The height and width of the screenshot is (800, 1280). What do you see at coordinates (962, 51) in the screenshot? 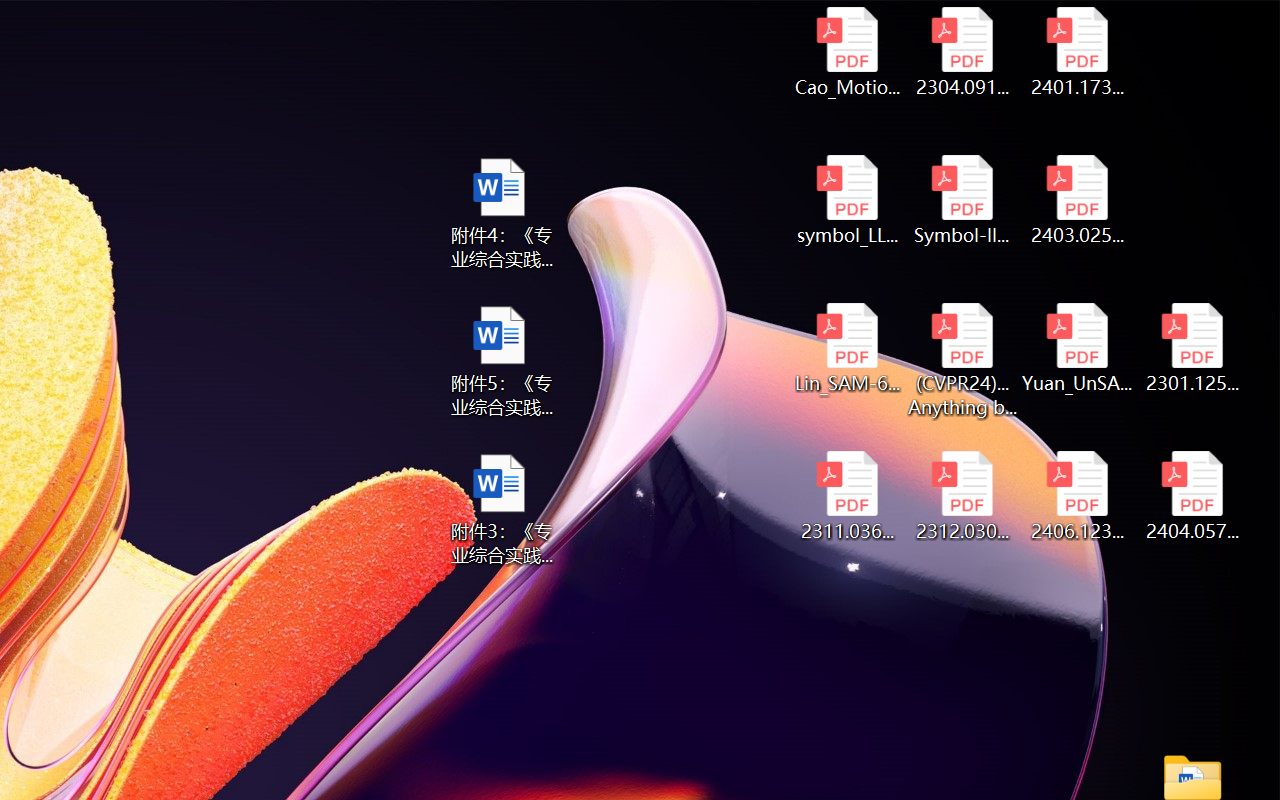
I see `'2304.09121v3.pdf'` at bounding box center [962, 51].